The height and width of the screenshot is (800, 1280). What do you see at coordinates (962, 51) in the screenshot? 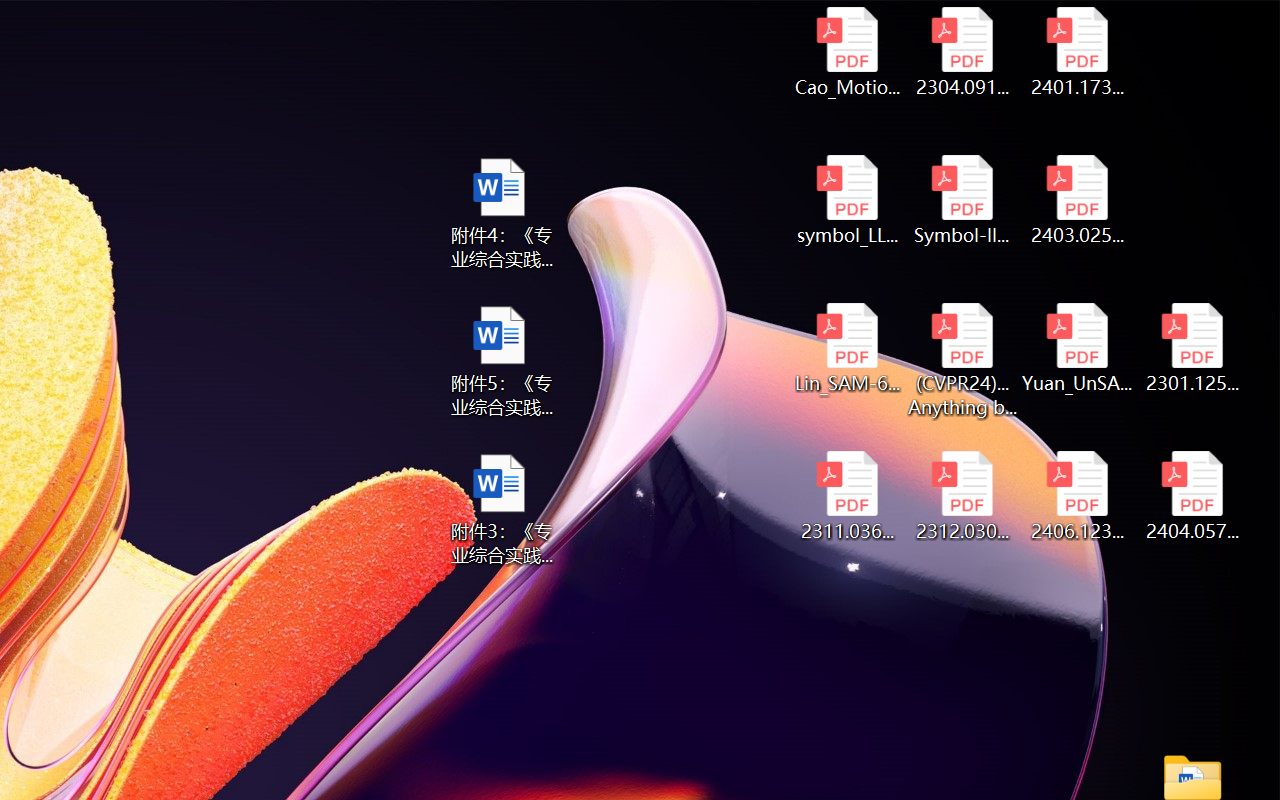
I see `'2304.09121v3.pdf'` at bounding box center [962, 51].